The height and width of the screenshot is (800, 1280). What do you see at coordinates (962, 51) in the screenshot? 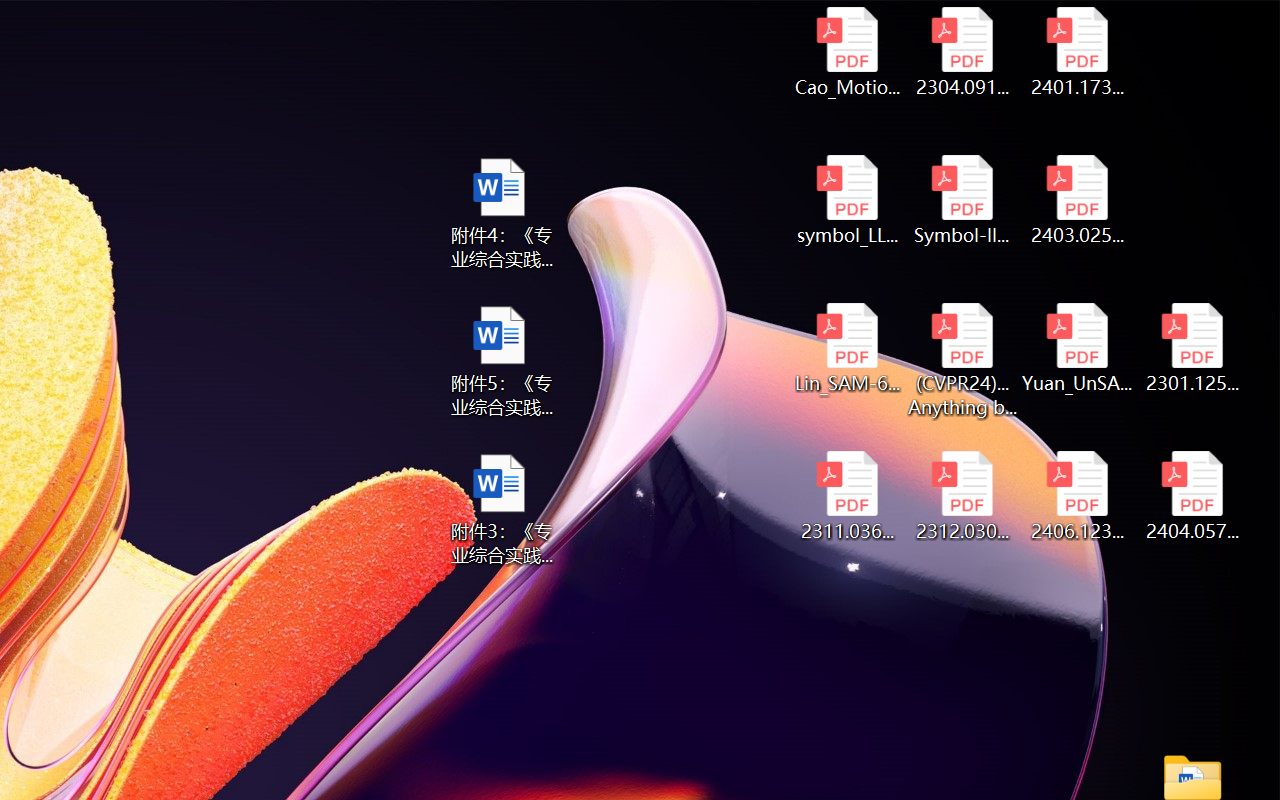
I see `'2304.09121v3.pdf'` at bounding box center [962, 51].